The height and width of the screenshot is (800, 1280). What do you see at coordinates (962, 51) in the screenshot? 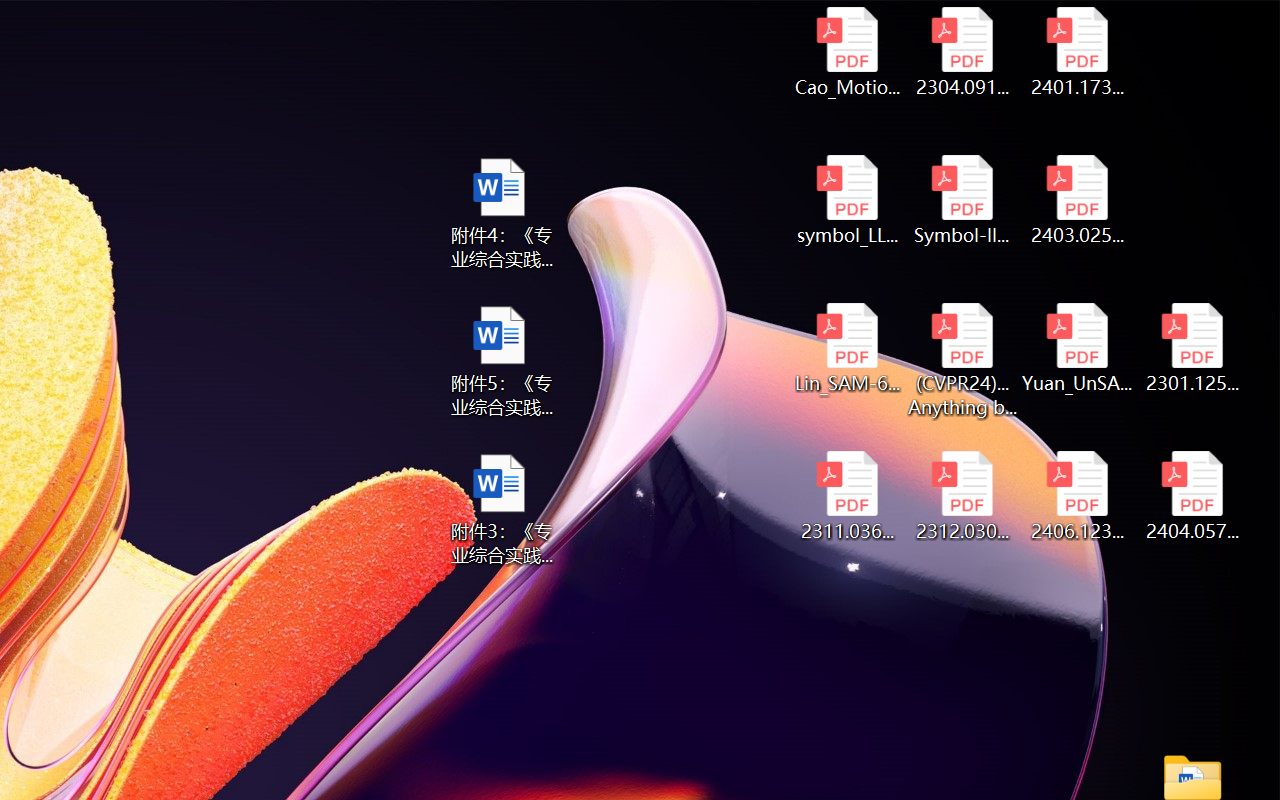
I see `'2304.09121v3.pdf'` at bounding box center [962, 51].